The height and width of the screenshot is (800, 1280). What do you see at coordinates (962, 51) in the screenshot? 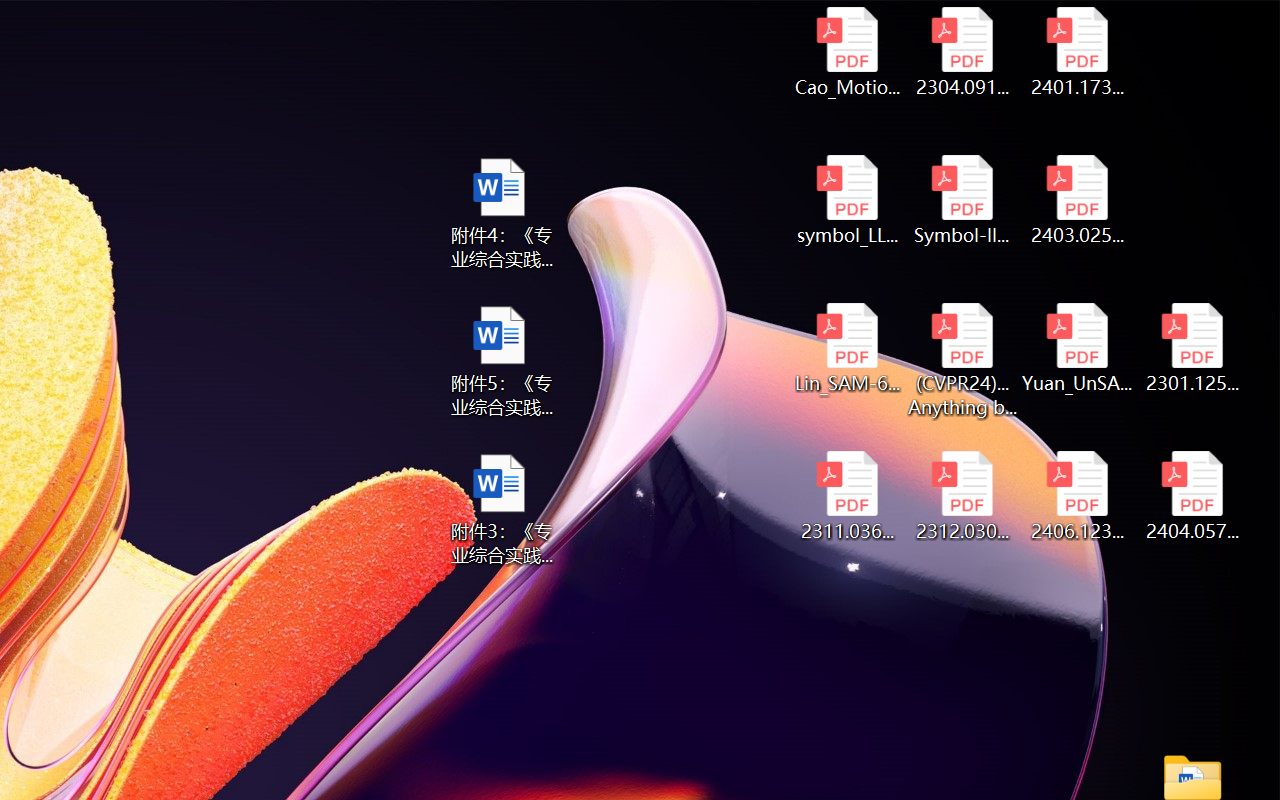
I see `'2304.09121v3.pdf'` at bounding box center [962, 51].